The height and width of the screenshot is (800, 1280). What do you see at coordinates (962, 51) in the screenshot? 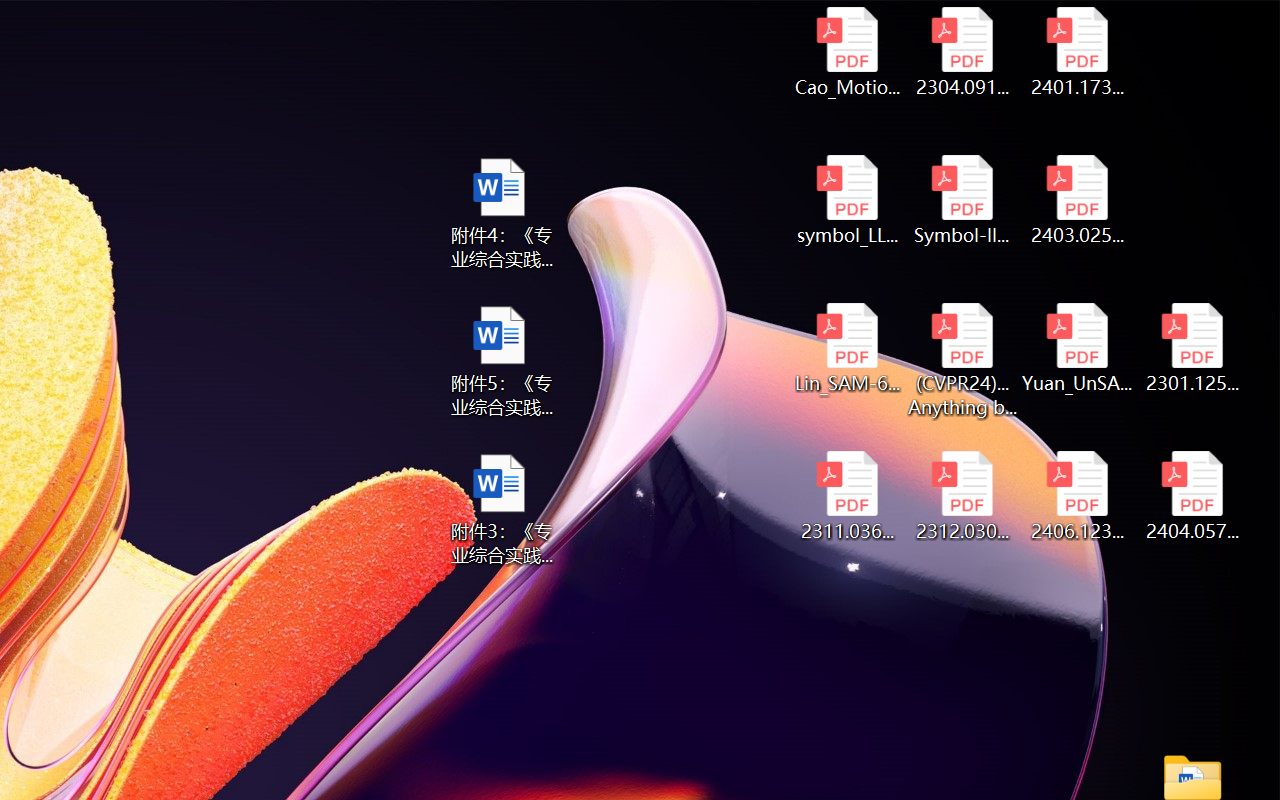
I see `'2304.09121v3.pdf'` at bounding box center [962, 51].